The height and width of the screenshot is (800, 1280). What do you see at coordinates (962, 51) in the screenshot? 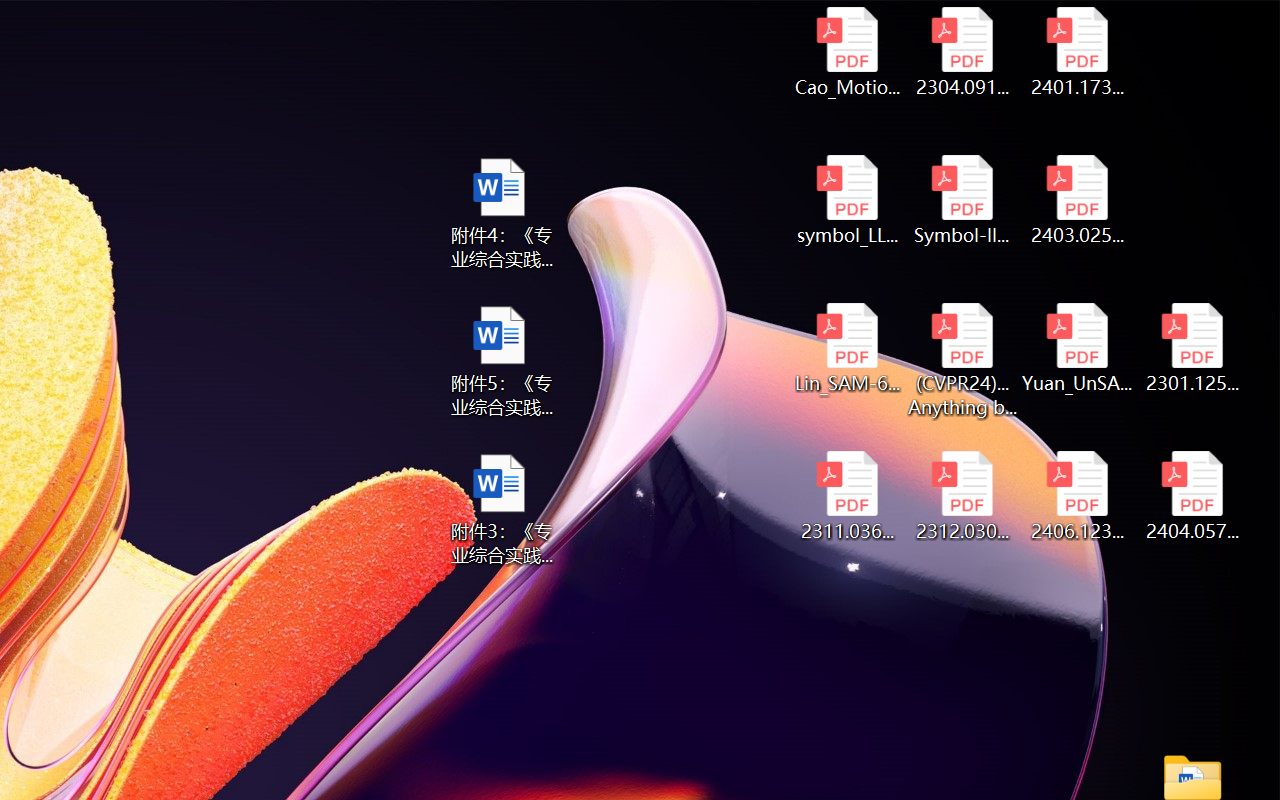
I see `'2304.09121v3.pdf'` at bounding box center [962, 51].